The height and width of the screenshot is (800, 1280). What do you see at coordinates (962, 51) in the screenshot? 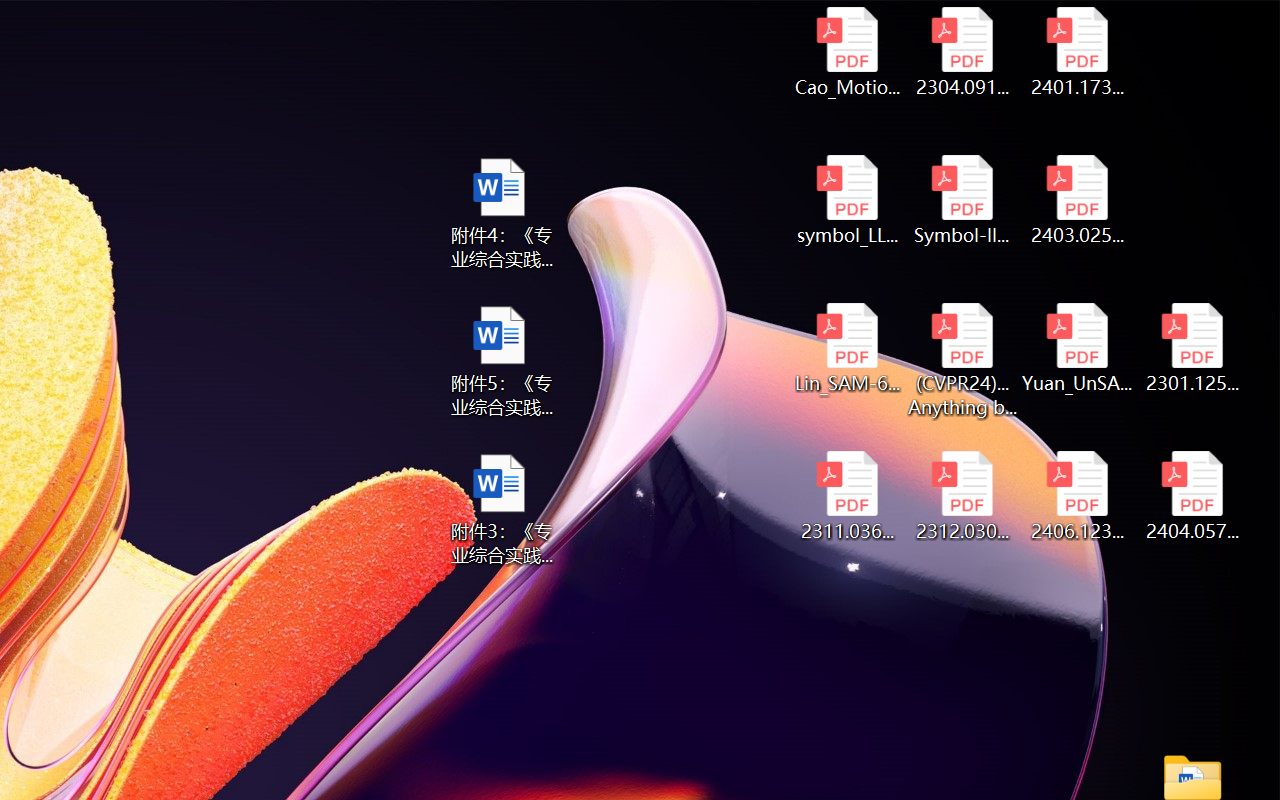
I see `'2304.09121v3.pdf'` at bounding box center [962, 51].